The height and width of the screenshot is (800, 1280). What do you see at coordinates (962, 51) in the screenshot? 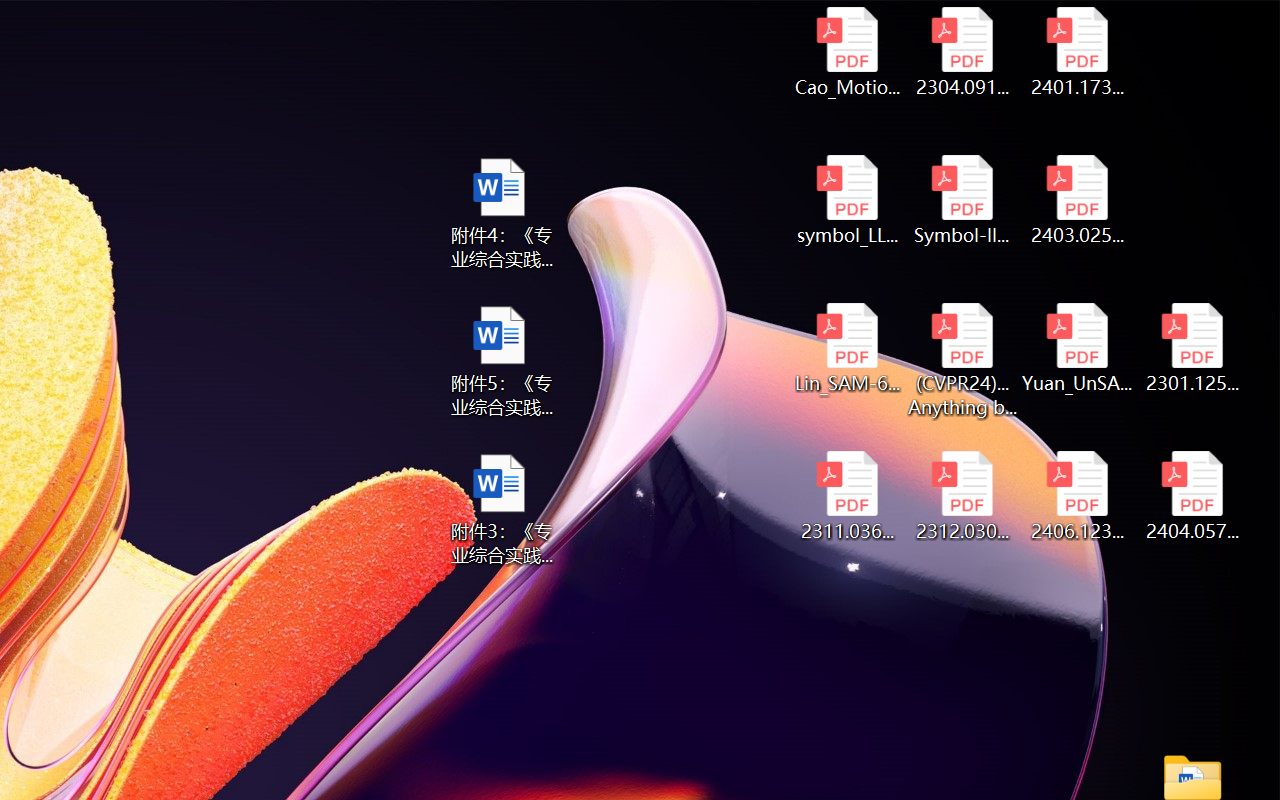
I see `'2304.09121v3.pdf'` at bounding box center [962, 51].